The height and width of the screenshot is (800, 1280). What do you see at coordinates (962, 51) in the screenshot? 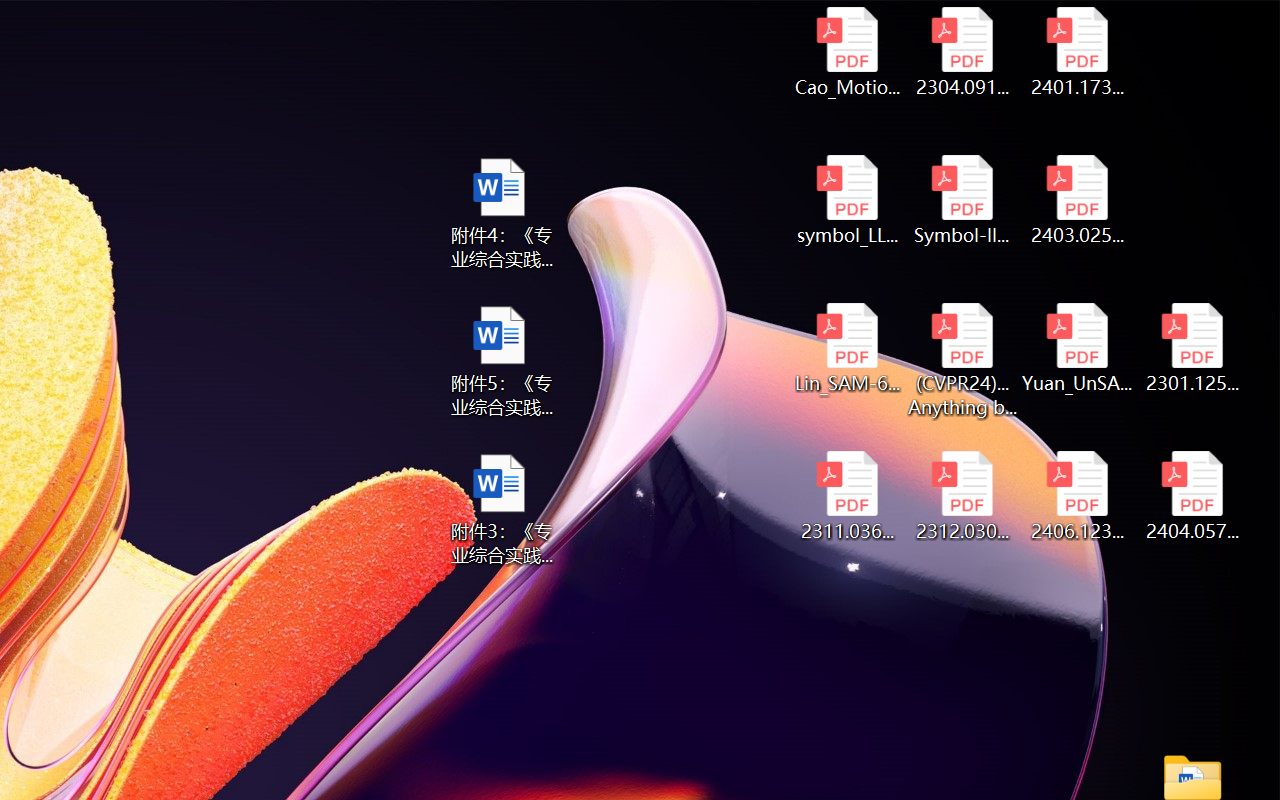
I see `'2304.09121v3.pdf'` at bounding box center [962, 51].